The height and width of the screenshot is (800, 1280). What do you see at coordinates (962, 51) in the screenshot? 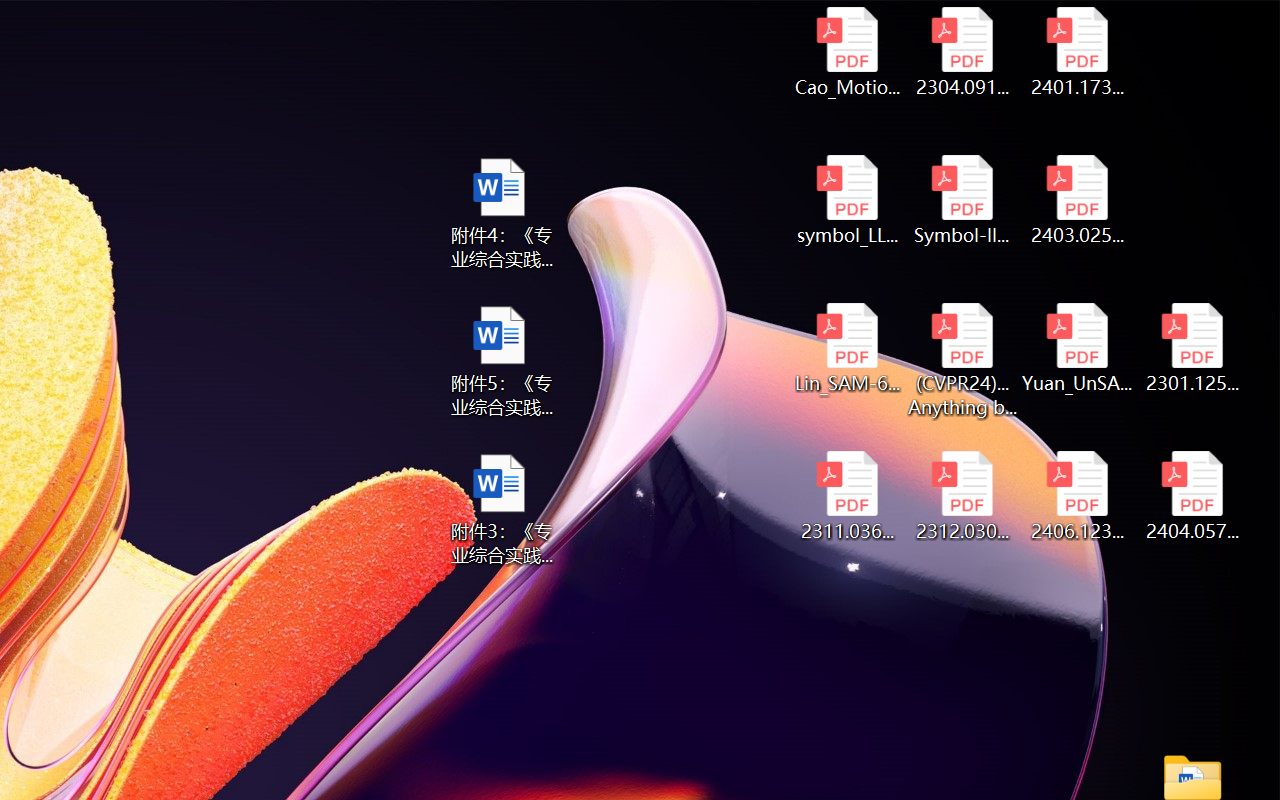
I see `'2304.09121v3.pdf'` at bounding box center [962, 51].